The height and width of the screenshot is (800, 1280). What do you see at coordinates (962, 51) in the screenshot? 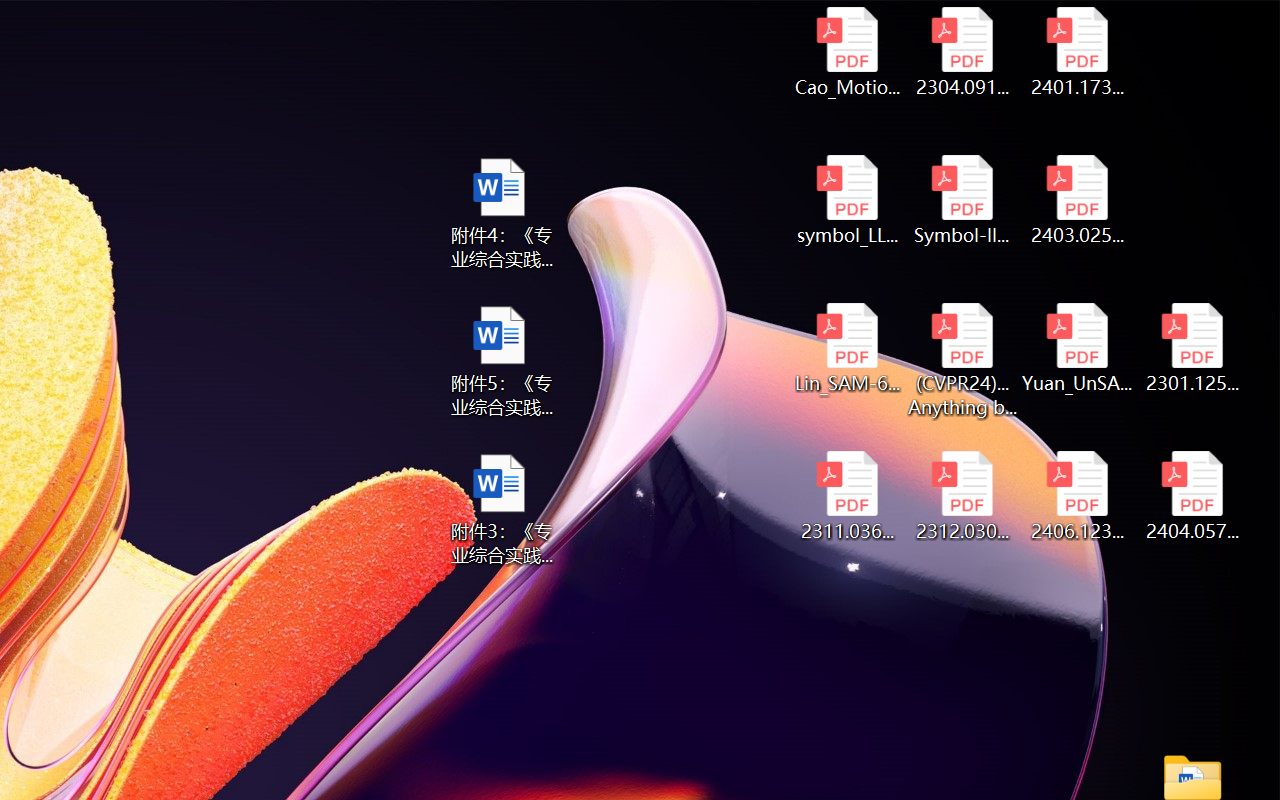
I see `'2304.09121v3.pdf'` at bounding box center [962, 51].